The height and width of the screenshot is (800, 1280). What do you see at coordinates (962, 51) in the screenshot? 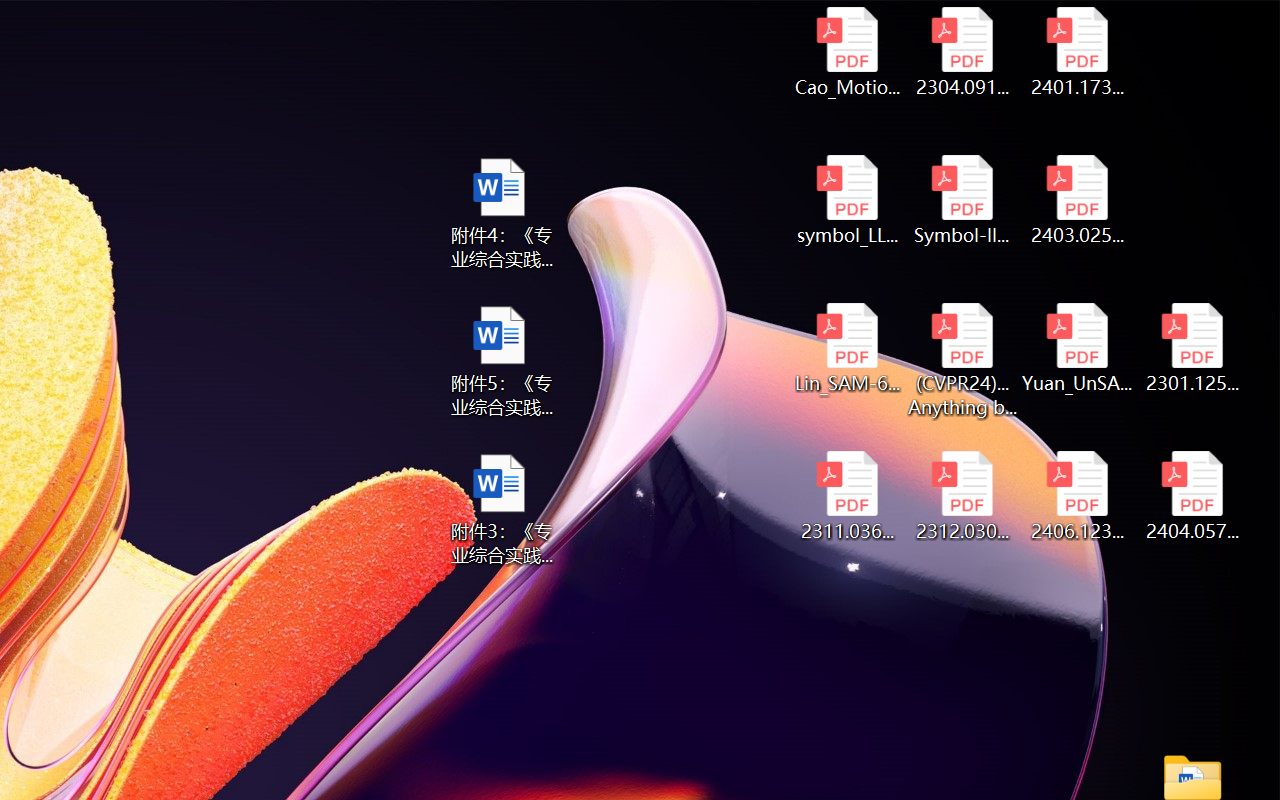
I see `'2304.09121v3.pdf'` at bounding box center [962, 51].